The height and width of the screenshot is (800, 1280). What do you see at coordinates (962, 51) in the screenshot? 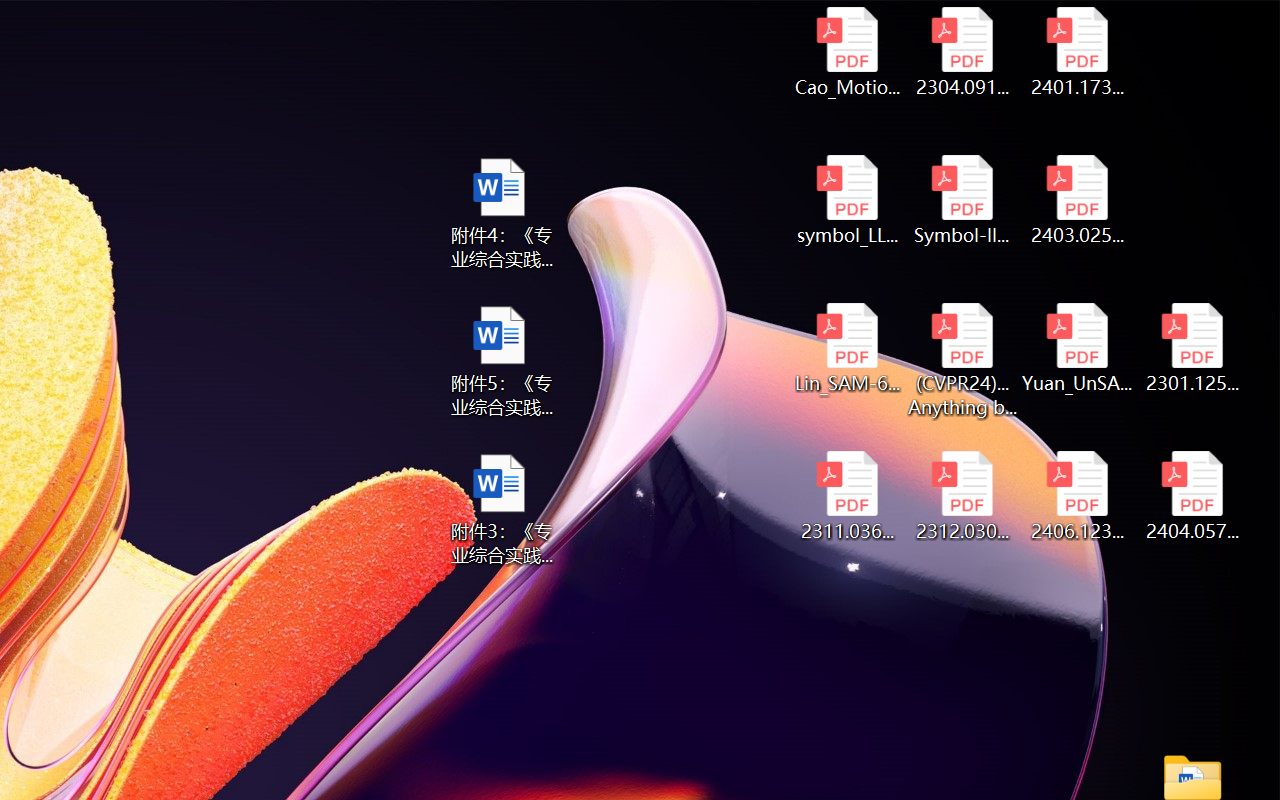
I see `'2304.09121v3.pdf'` at bounding box center [962, 51].